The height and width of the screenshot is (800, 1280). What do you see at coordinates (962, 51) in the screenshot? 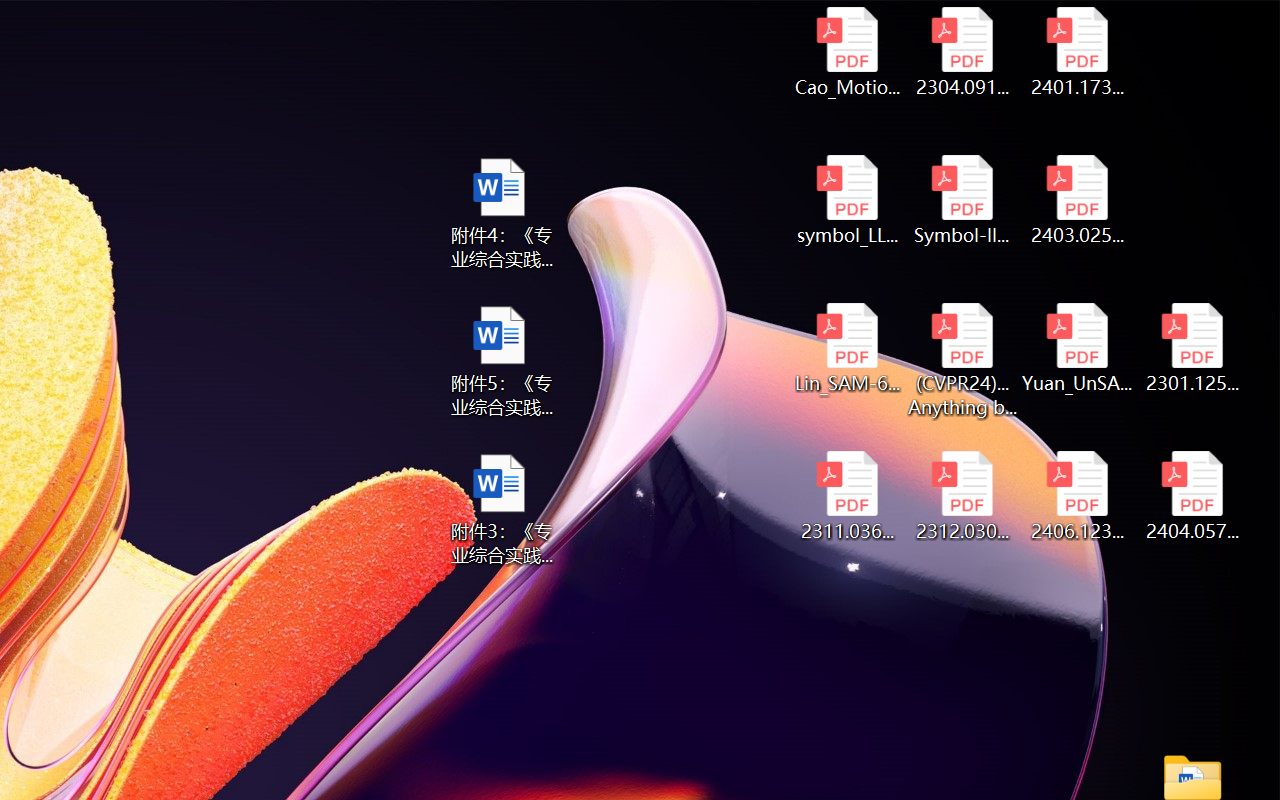
I see `'2304.09121v3.pdf'` at bounding box center [962, 51].